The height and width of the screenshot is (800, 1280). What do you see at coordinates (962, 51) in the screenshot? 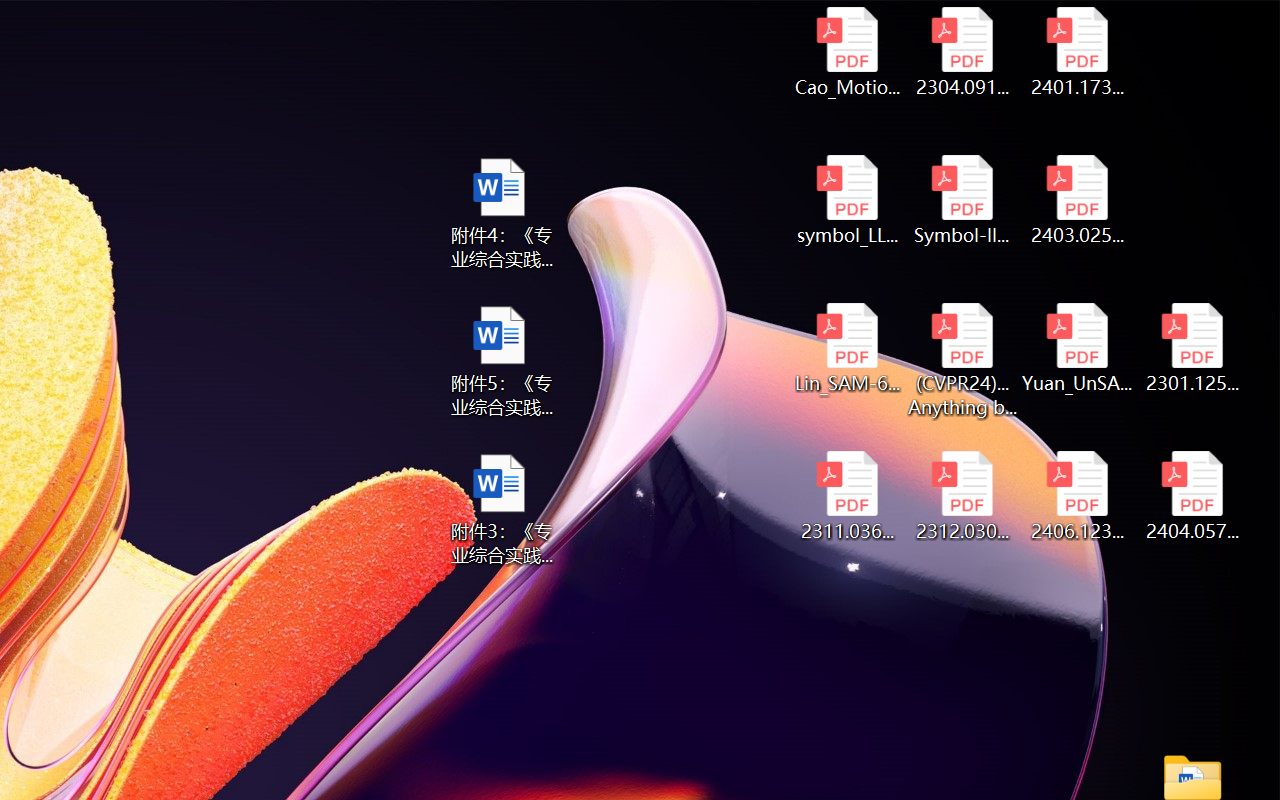
I see `'2304.09121v3.pdf'` at bounding box center [962, 51].